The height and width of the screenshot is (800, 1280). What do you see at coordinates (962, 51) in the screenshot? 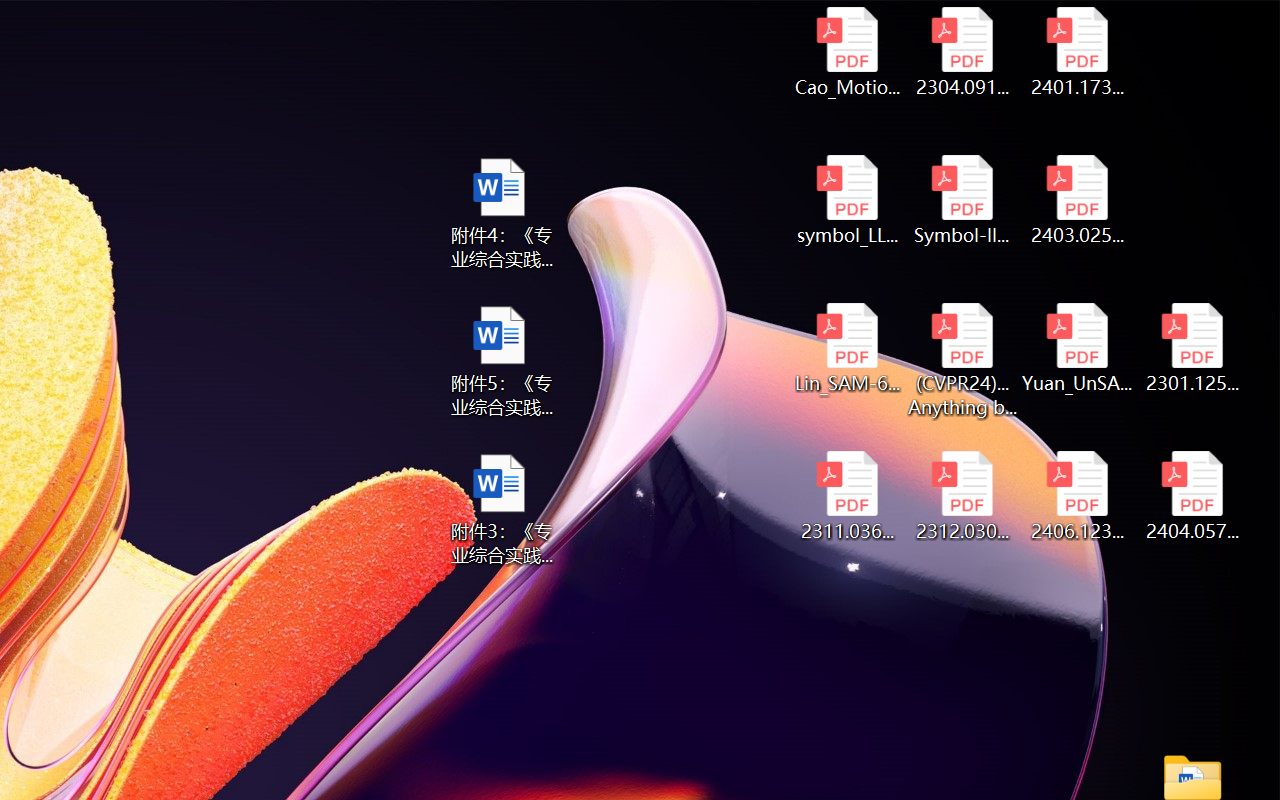
I see `'2304.09121v3.pdf'` at bounding box center [962, 51].